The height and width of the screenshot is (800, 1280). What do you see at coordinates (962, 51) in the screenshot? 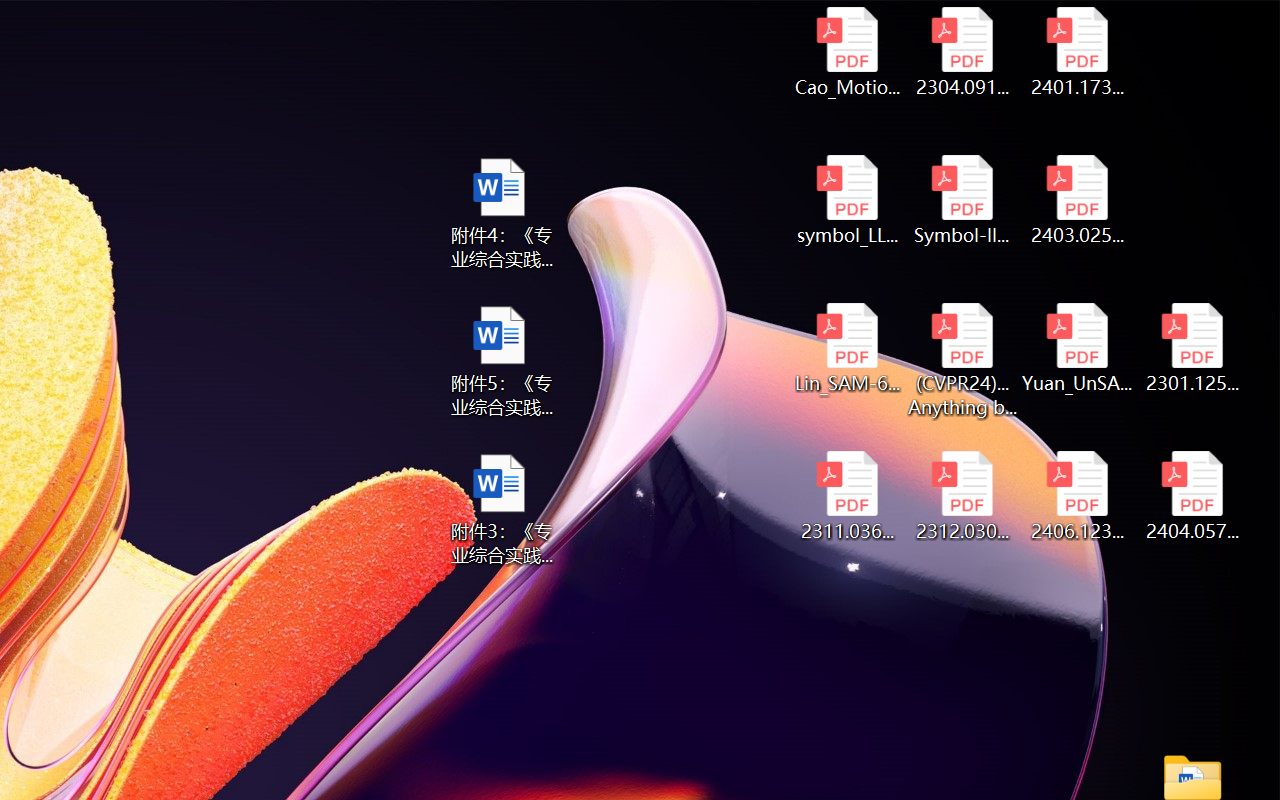
I see `'2304.09121v3.pdf'` at bounding box center [962, 51].